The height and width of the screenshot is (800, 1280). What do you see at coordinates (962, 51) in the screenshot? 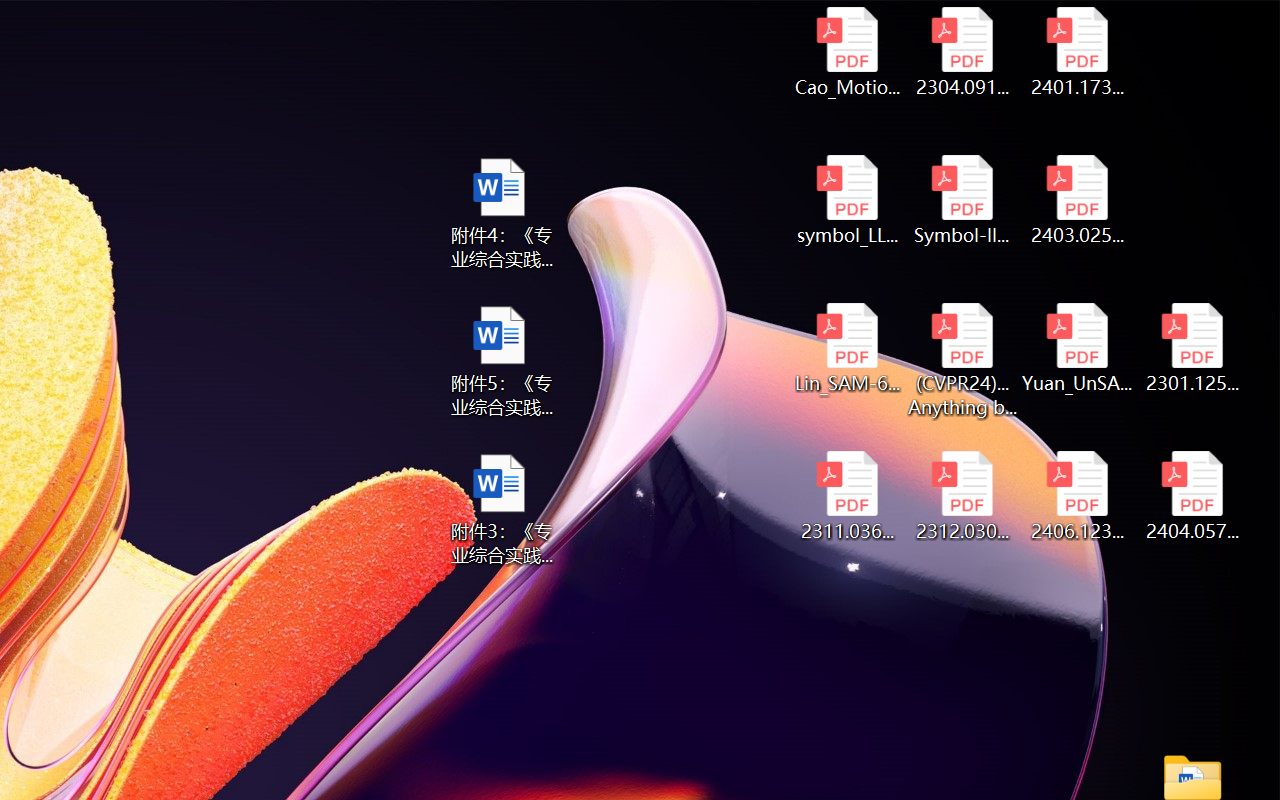
I see `'2304.09121v3.pdf'` at bounding box center [962, 51].